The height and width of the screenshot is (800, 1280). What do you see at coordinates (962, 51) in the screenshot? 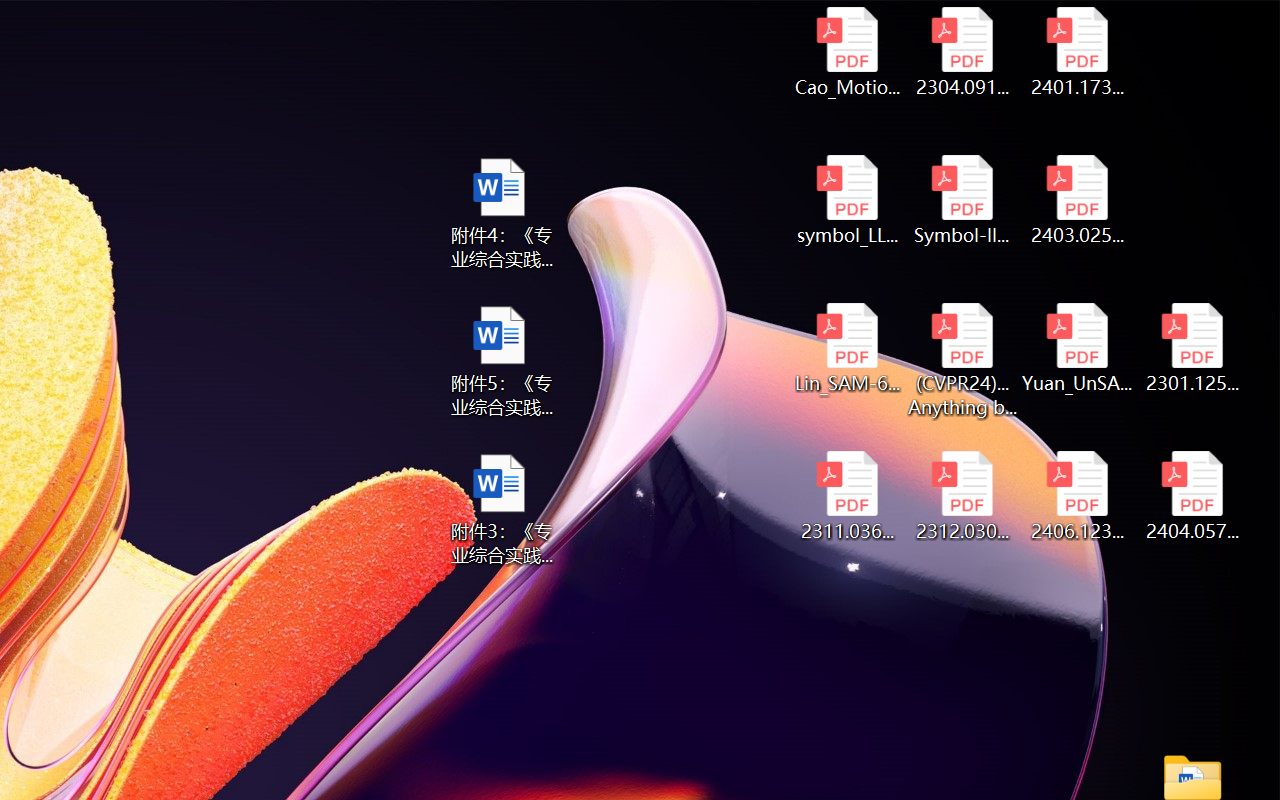
I see `'2304.09121v3.pdf'` at bounding box center [962, 51].